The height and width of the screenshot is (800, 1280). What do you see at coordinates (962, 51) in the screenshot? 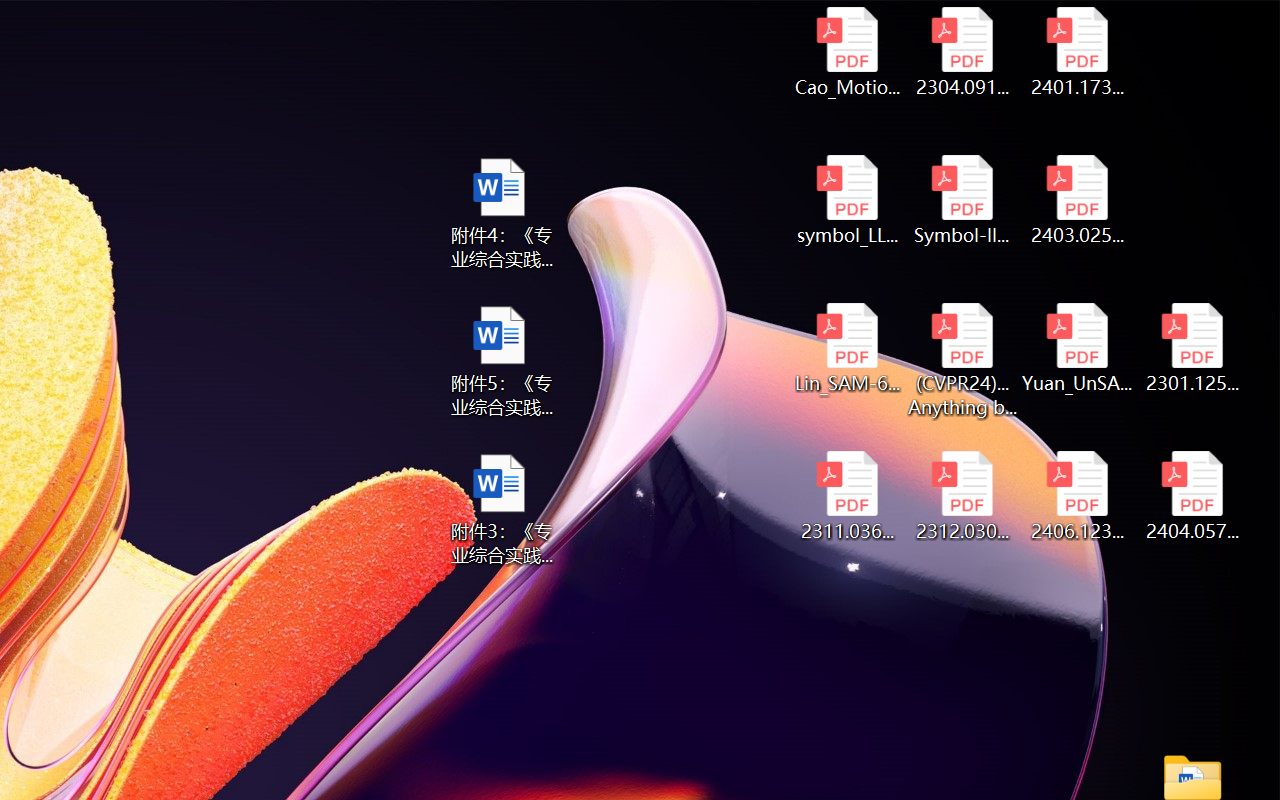
I see `'2304.09121v3.pdf'` at bounding box center [962, 51].